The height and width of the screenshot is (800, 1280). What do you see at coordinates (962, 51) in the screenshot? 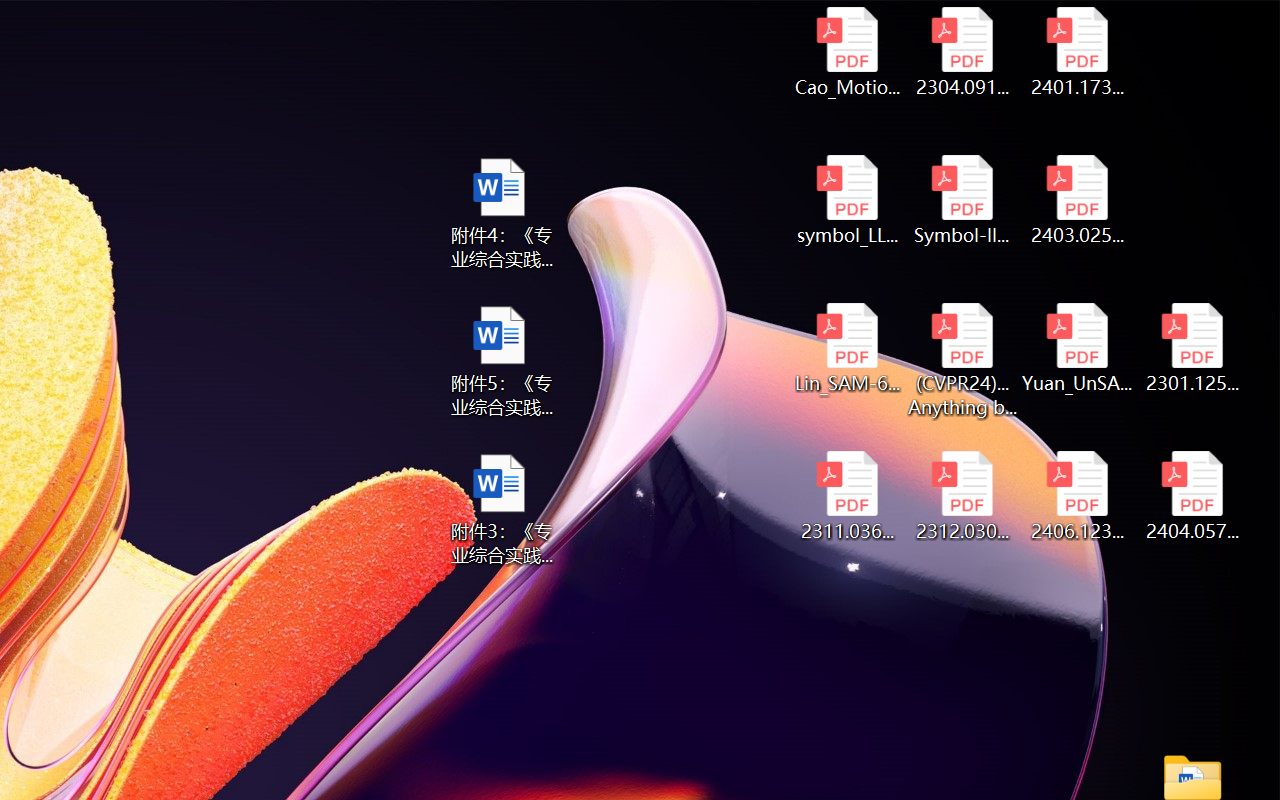
I see `'2304.09121v3.pdf'` at bounding box center [962, 51].